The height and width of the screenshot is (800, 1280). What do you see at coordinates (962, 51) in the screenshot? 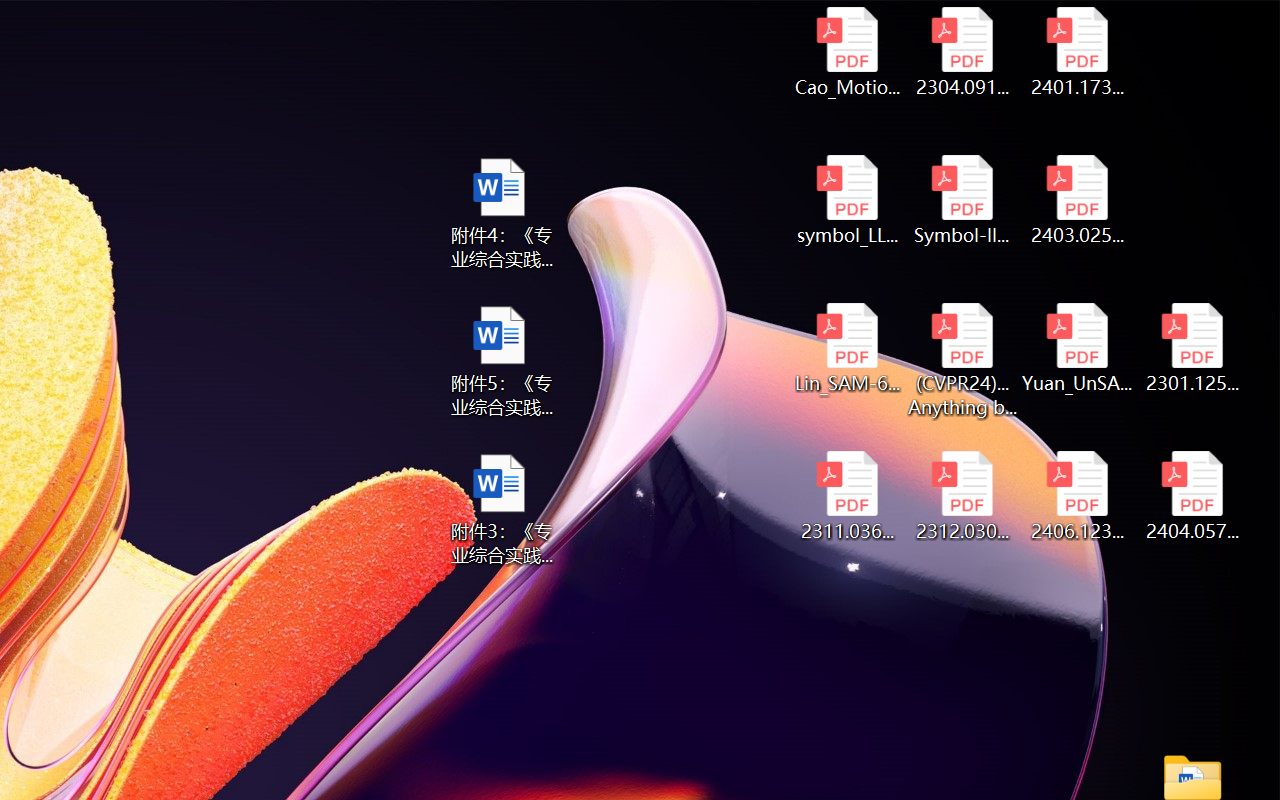
I see `'2304.09121v3.pdf'` at bounding box center [962, 51].